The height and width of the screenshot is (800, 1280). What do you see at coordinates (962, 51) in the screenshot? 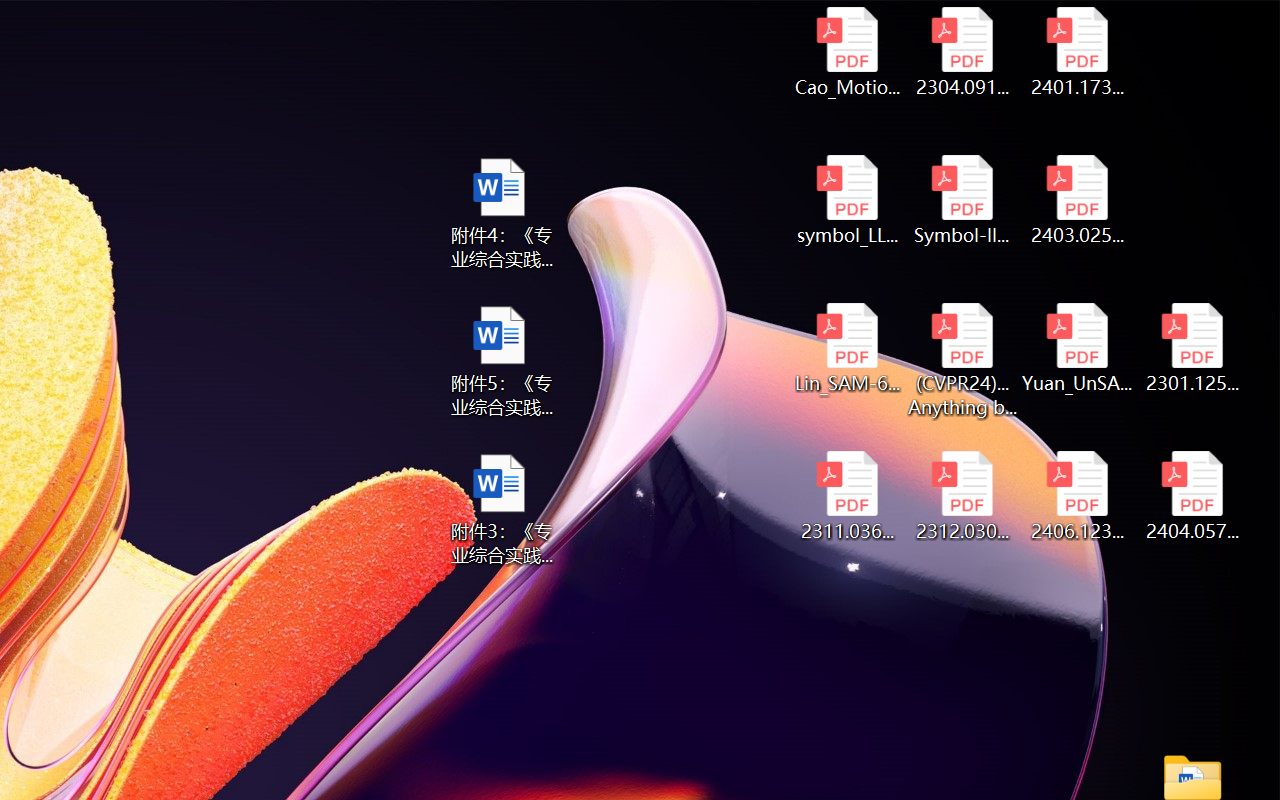
I see `'2304.09121v3.pdf'` at bounding box center [962, 51].